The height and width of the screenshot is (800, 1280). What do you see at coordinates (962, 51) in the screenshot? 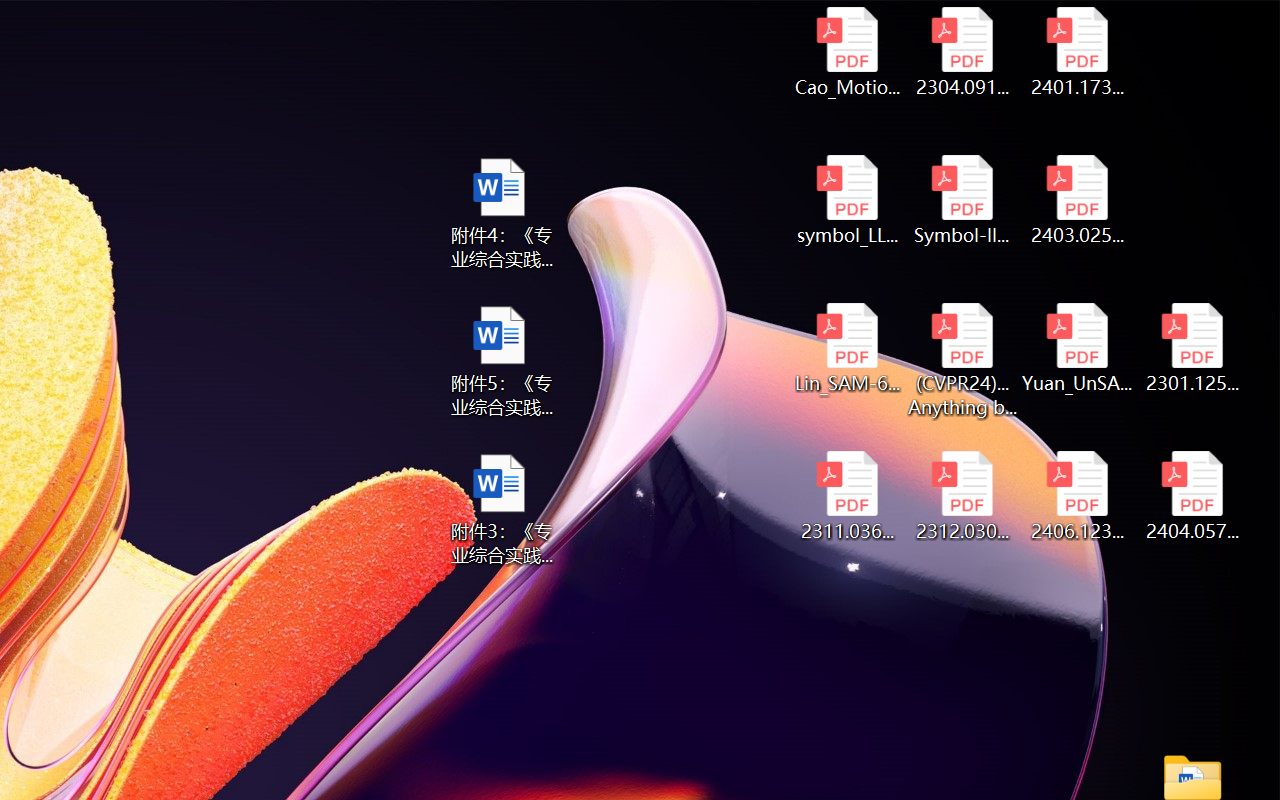
I see `'2304.09121v3.pdf'` at bounding box center [962, 51].